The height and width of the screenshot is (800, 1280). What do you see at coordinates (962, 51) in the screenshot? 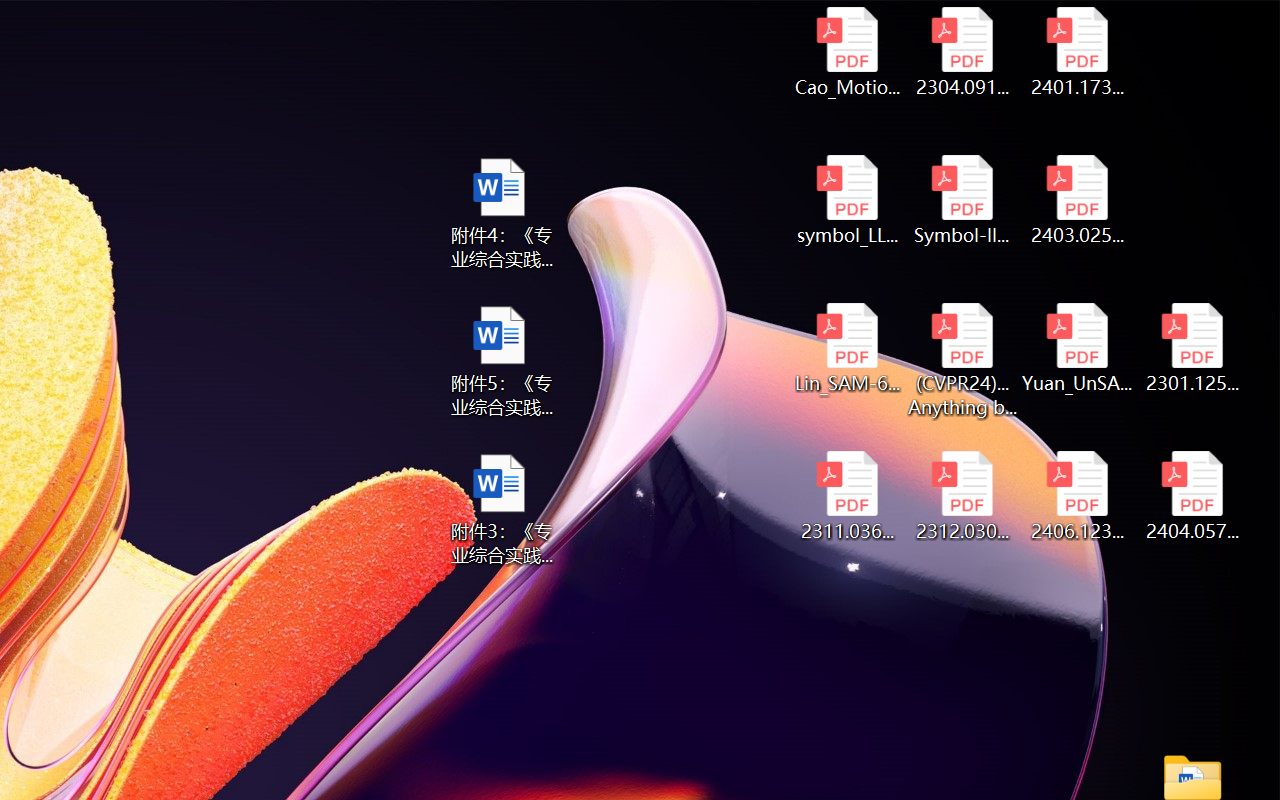
I see `'2304.09121v3.pdf'` at bounding box center [962, 51].